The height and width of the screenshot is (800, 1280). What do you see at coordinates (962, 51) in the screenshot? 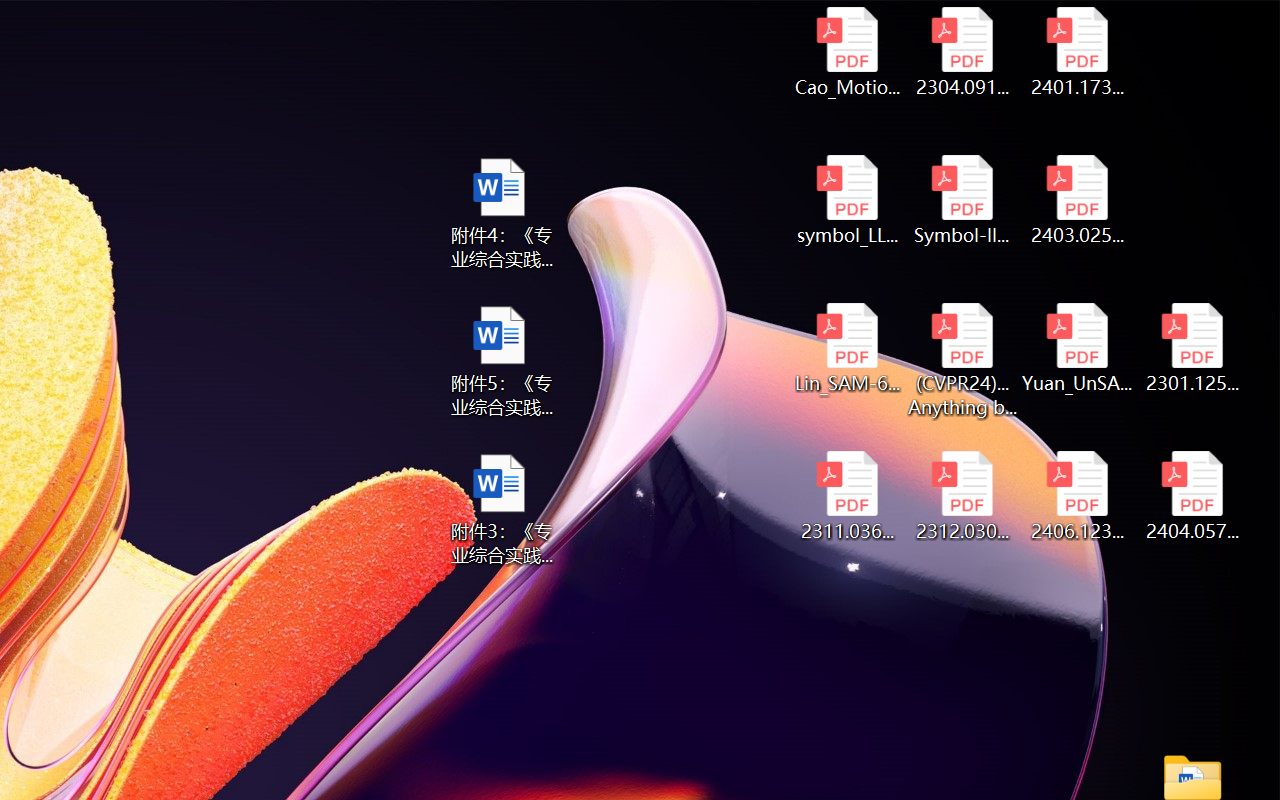
I see `'2304.09121v3.pdf'` at bounding box center [962, 51].